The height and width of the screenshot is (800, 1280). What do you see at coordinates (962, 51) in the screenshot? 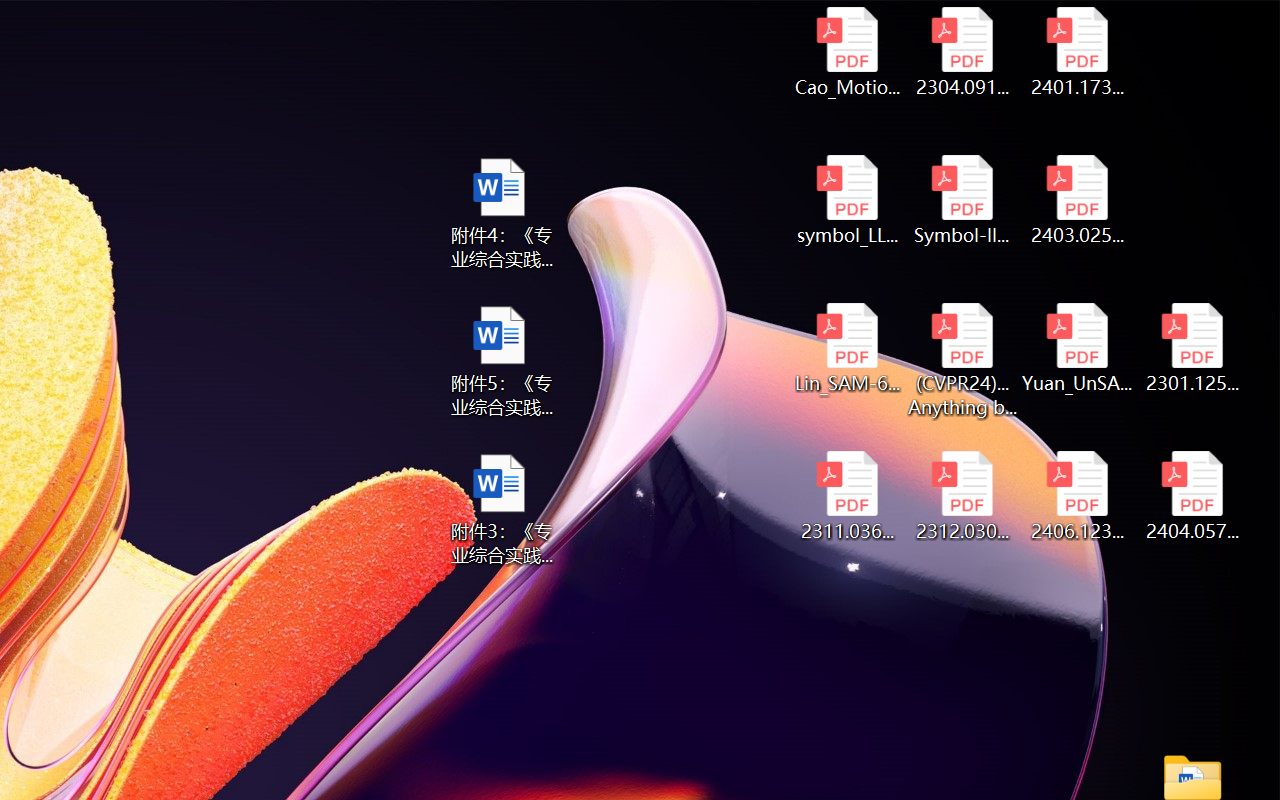
I see `'2304.09121v3.pdf'` at bounding box center [962, 51].